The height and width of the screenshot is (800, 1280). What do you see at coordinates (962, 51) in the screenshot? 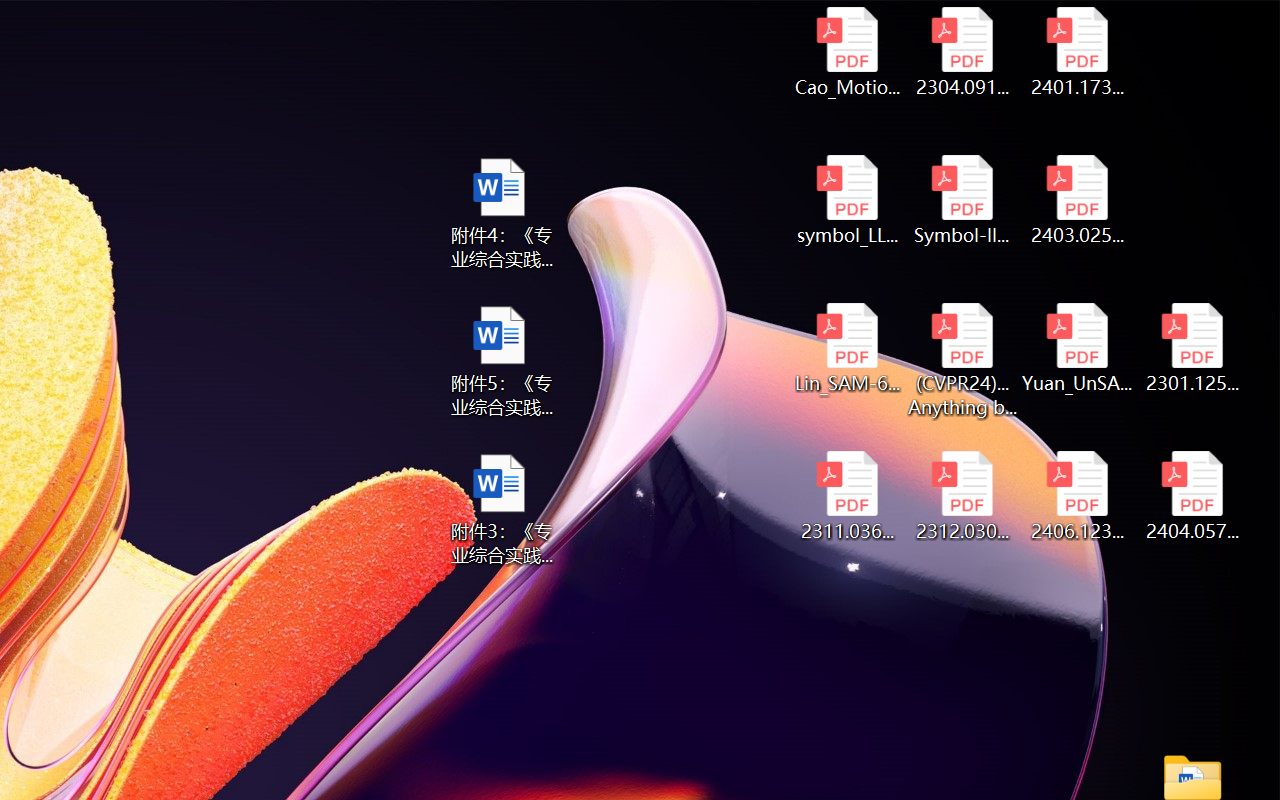
I see `'2304.09121v3.pdf'` at bounding box center [962, 51].